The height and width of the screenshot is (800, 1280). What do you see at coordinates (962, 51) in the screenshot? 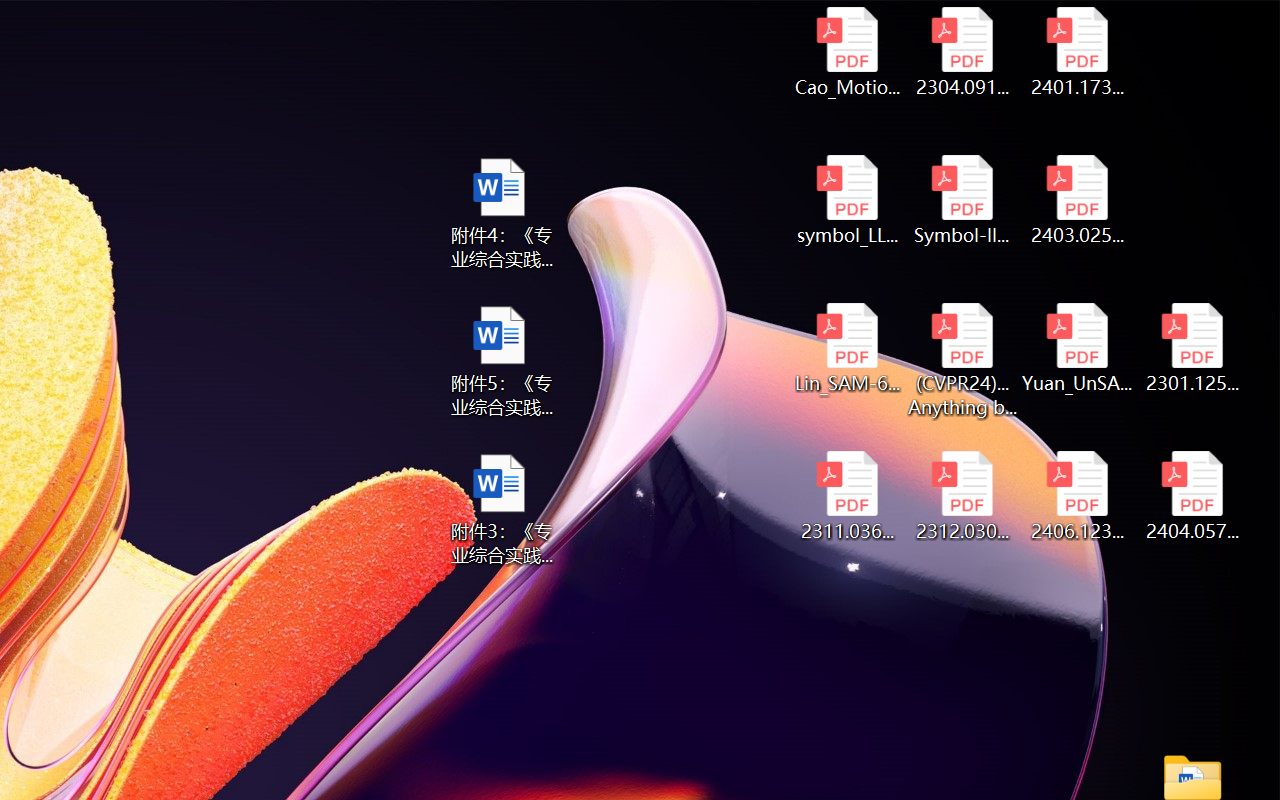
I see `'2304.09121v3.pdf'` at bounding box center [962, 51].